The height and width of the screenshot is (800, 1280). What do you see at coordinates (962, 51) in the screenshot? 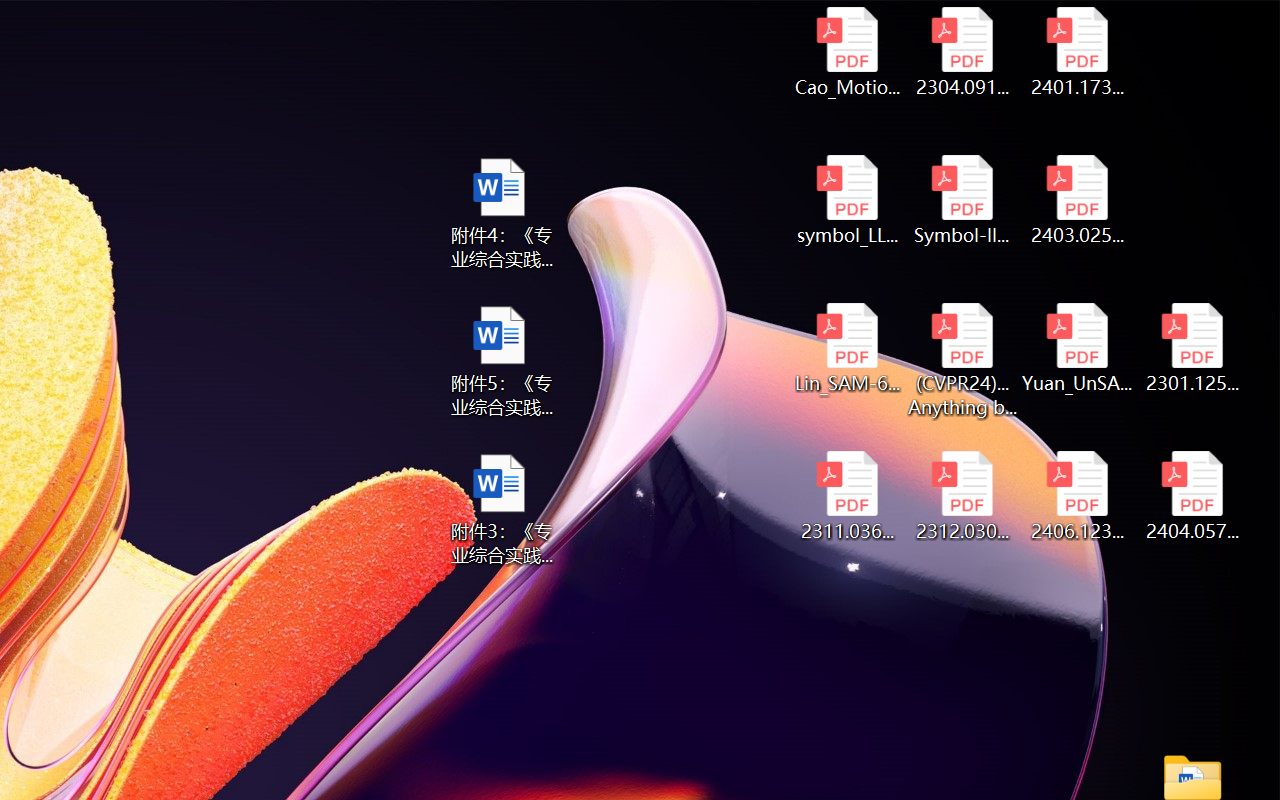
I see `'2304.09121v3.pdf'` at bounding box center [962, 51].